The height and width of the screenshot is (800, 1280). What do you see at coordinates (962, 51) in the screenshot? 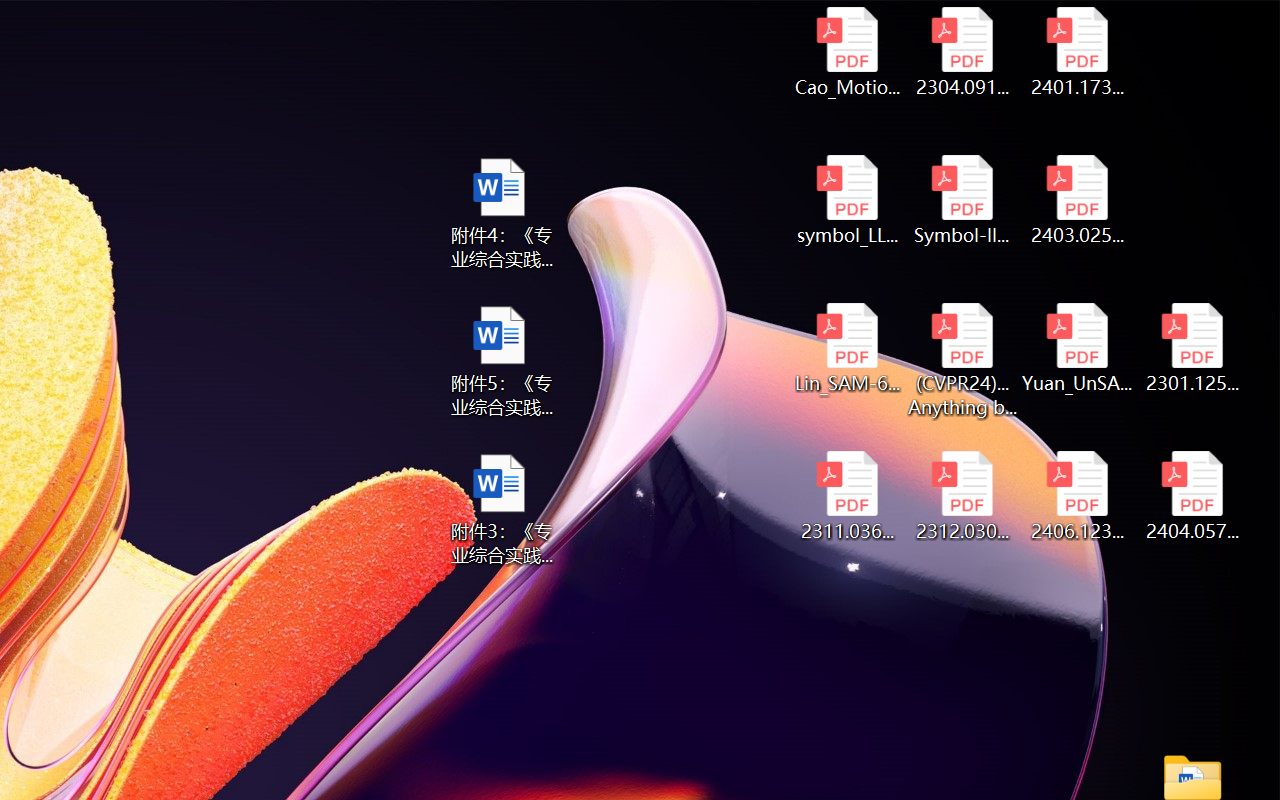
I see `'2304.09121v3.pdf'` at bounding box center [962, 51].